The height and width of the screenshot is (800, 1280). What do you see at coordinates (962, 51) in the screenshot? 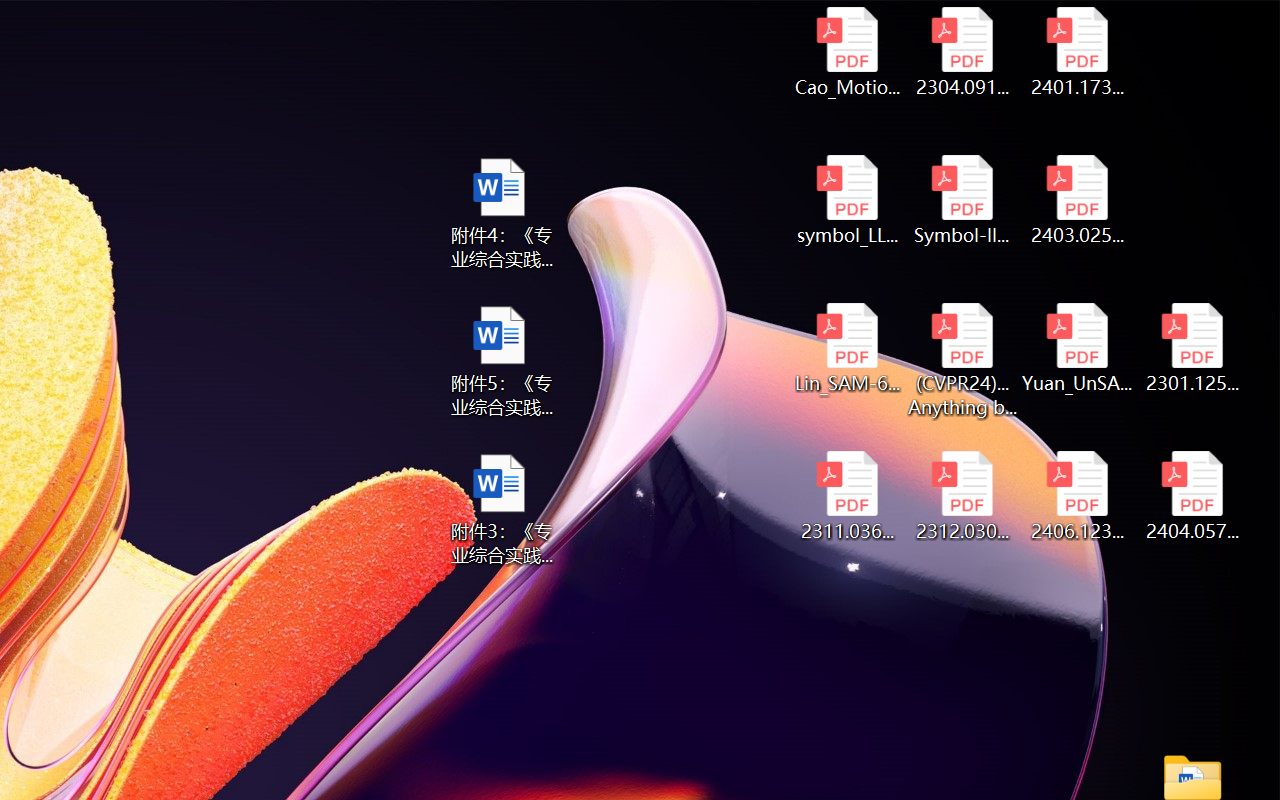
I see `'2304.09121v3.pdf'` at bounding box center [962, 51].